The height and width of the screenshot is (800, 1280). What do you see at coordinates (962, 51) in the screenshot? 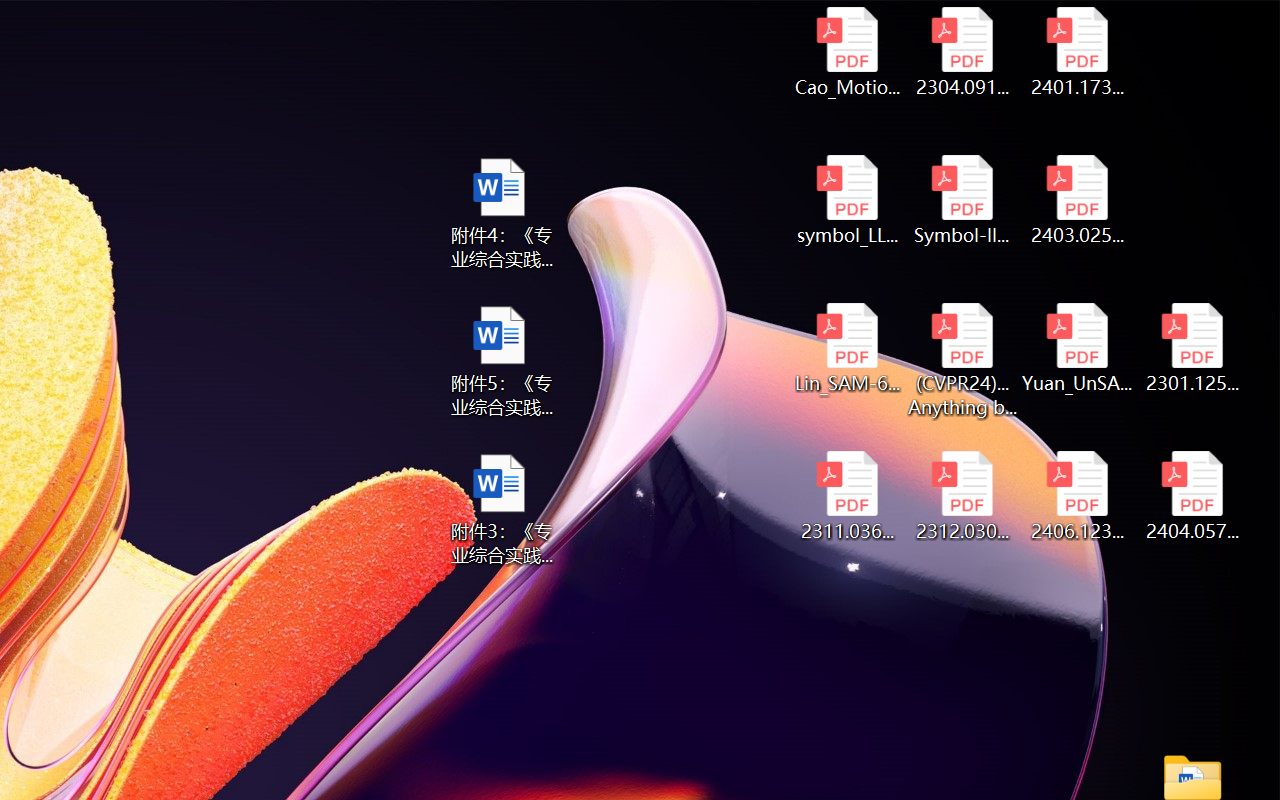
I see `'2304.09121v3.pdf'` at bounding box center [962, 51].